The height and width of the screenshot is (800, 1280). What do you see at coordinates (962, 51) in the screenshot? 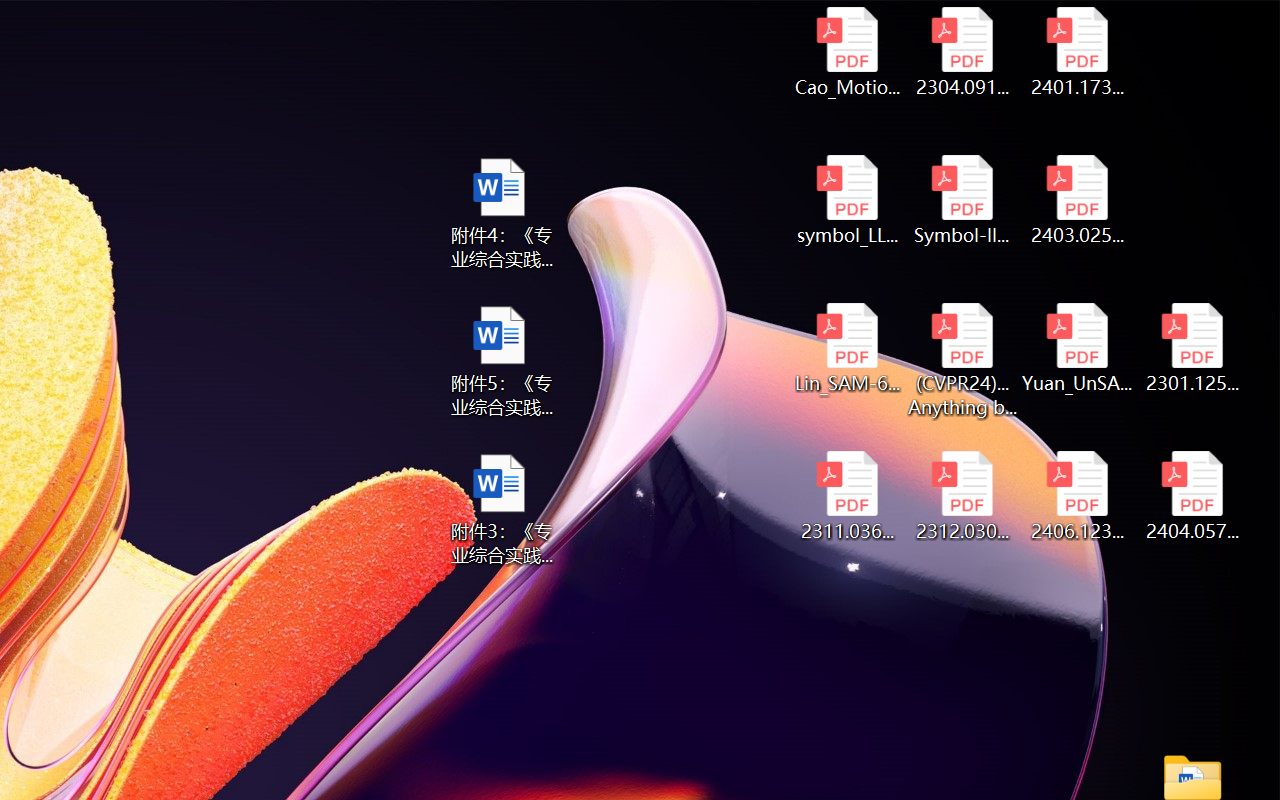
I see `'2304.09121v3.pdf'` at bounding box center [962, 51].